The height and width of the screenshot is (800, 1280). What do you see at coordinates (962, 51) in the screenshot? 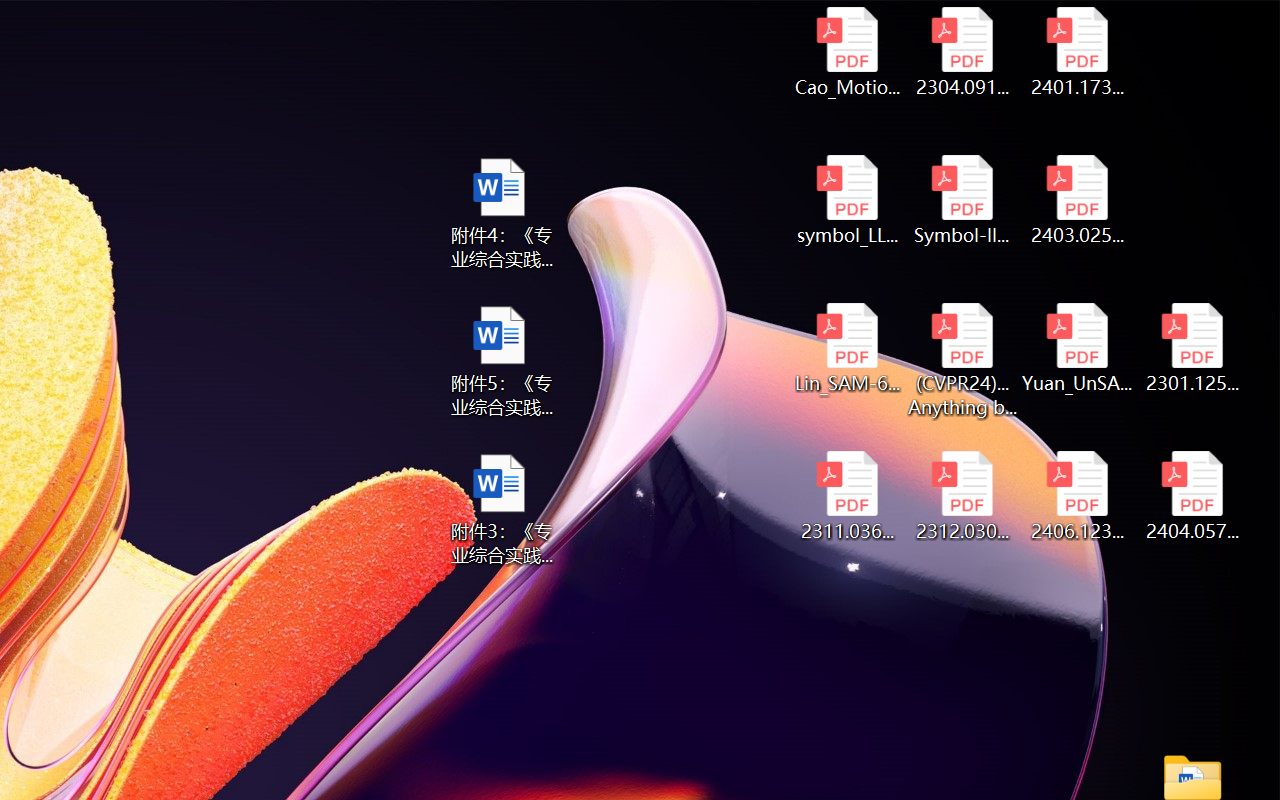
I see `'2304.09121v3.pdf'` at bounding box center [962, 51].